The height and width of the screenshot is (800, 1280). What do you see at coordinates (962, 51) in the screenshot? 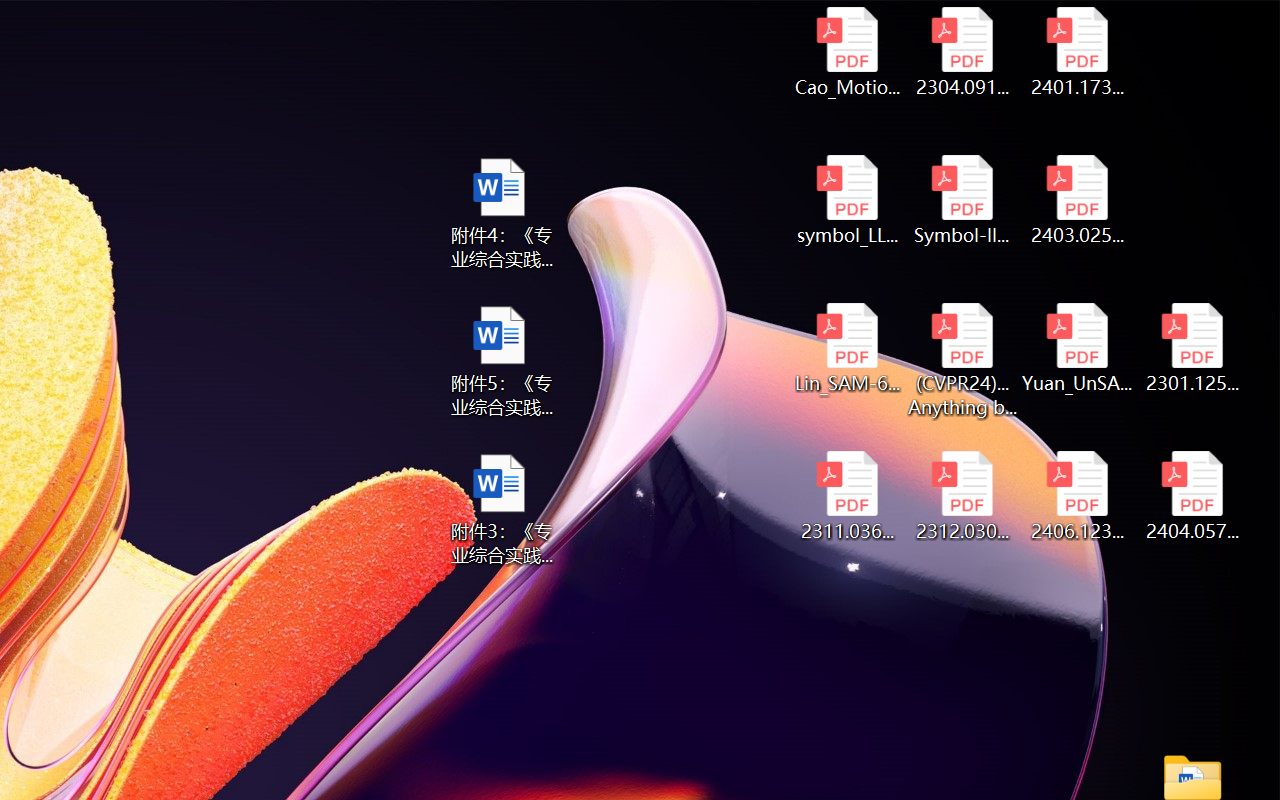
I see `'2304.09121v3.pdf'` at bounding box center [962, 51].